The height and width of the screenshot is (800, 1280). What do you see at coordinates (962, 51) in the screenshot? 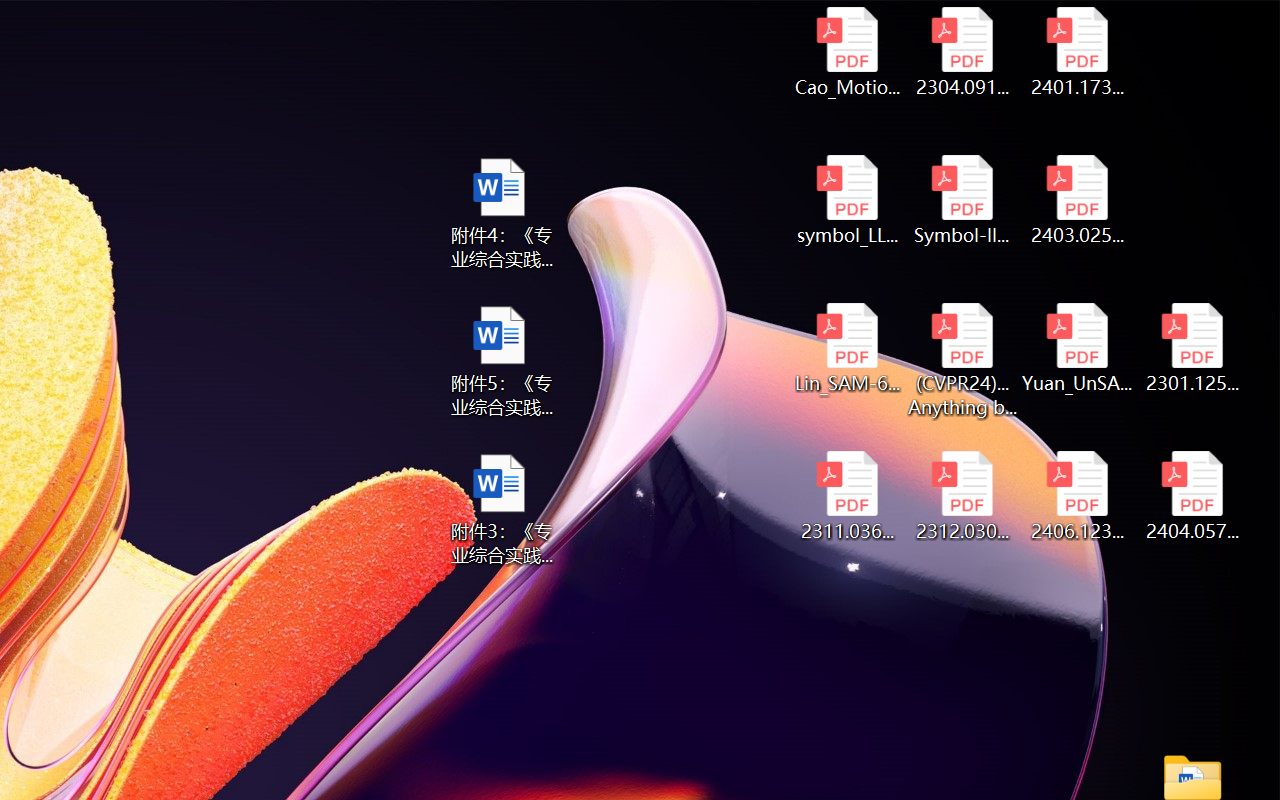
I see `'2304.09121v3.pdf'` at bounding box center [962, 51].